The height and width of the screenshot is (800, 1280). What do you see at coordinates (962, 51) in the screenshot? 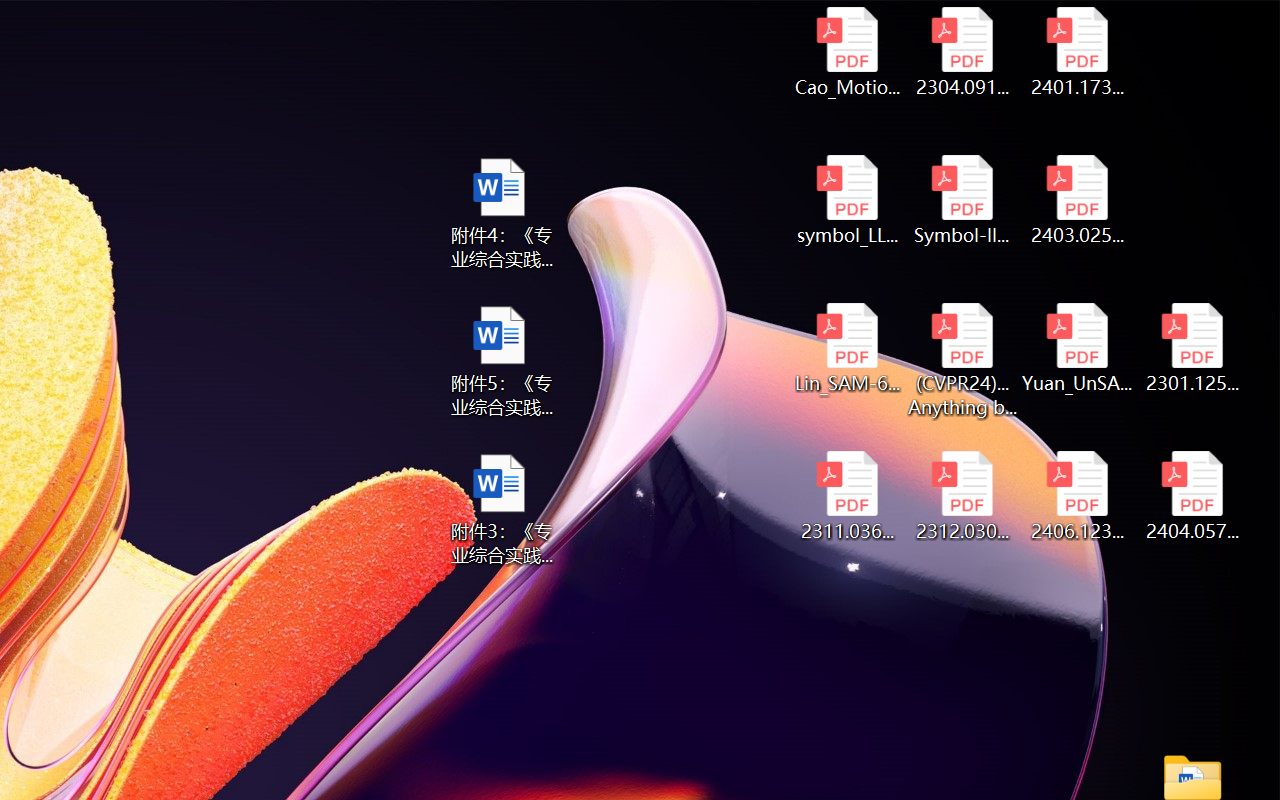
I see `'2304.09121v3.pdf'` at bounding box center [962, 51].